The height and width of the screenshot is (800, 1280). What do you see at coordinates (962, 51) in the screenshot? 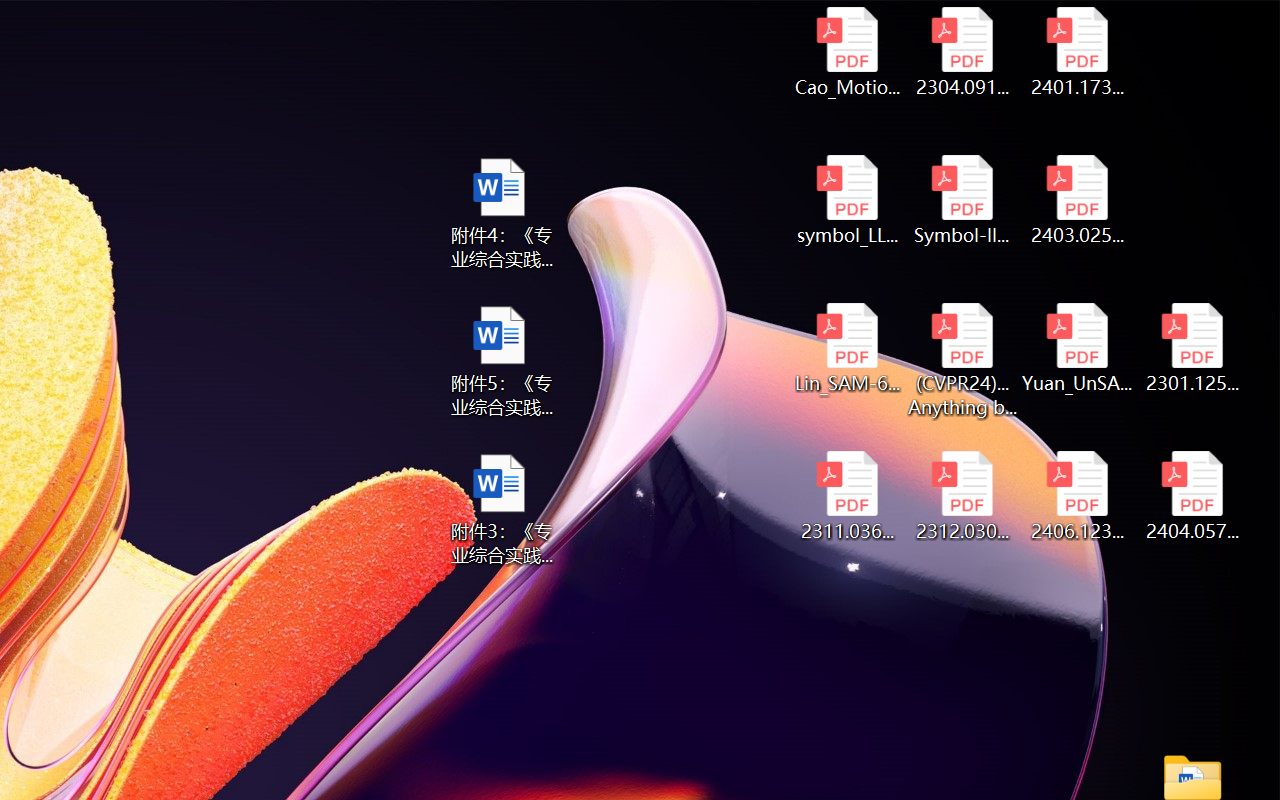
I see `'2304.09121v3.pdf'` at bounding box center [962, 51].